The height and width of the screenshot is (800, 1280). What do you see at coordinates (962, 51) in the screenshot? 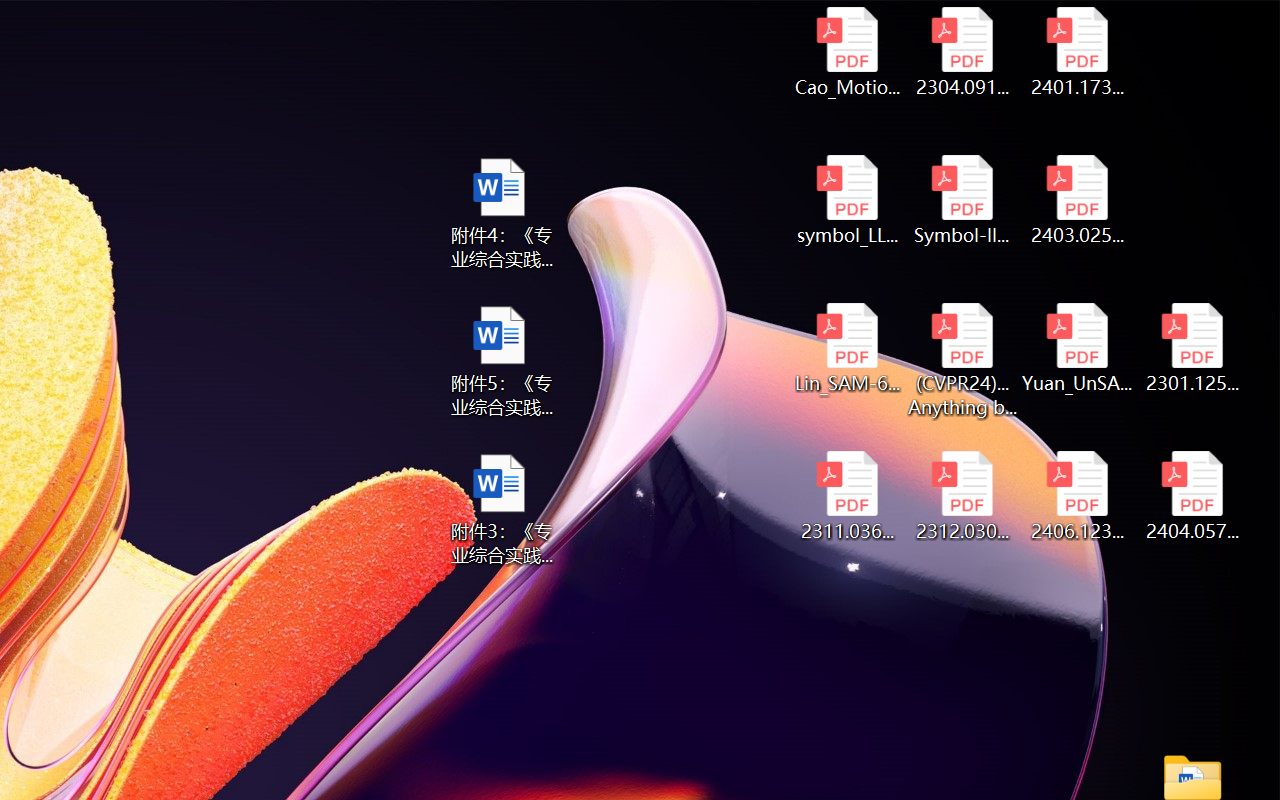
I see `'2304.09121v3.pdf'` at bounding box center [962, 51].